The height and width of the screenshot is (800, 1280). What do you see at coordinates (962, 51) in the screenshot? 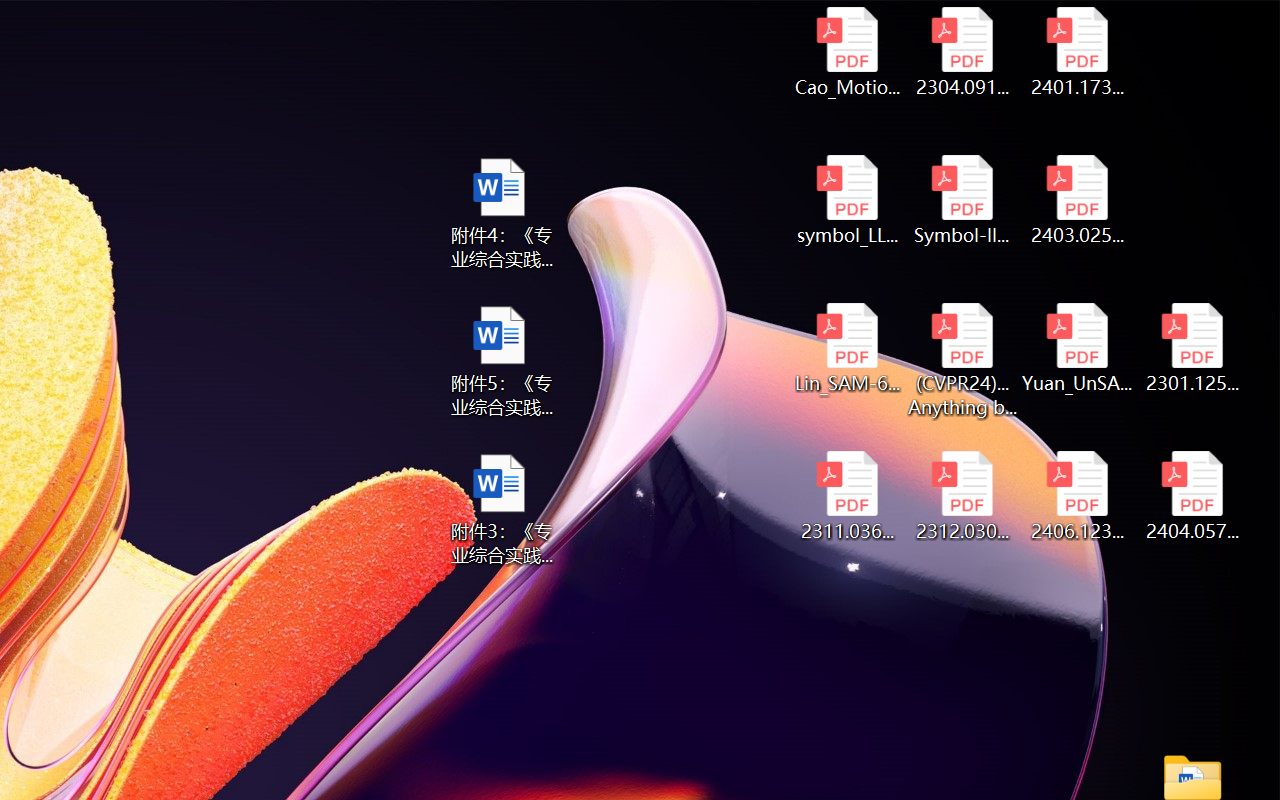
I see `'2304.09121v3.pdf'` at bounding box center [962, 51].